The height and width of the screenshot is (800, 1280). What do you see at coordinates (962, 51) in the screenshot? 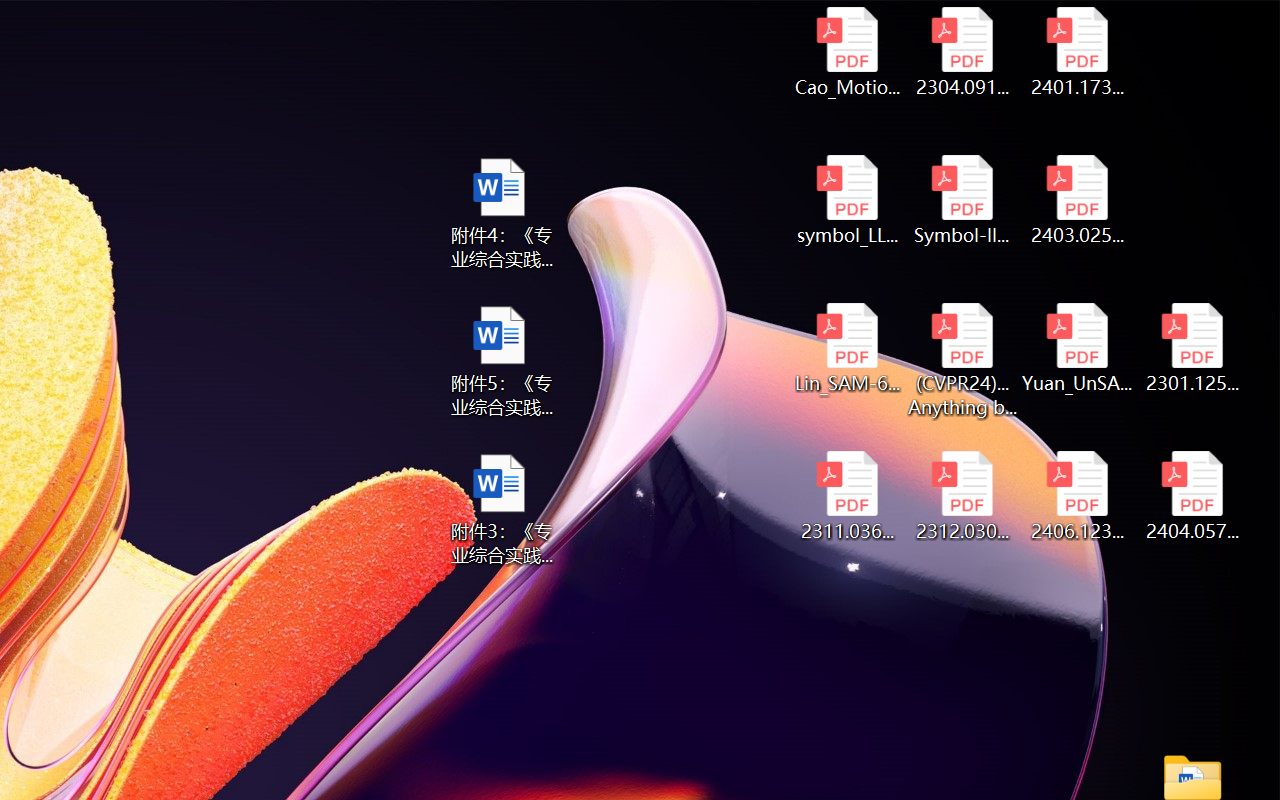
I see `'2304.09121v3.pdf'` at bounding box center [962, 51].